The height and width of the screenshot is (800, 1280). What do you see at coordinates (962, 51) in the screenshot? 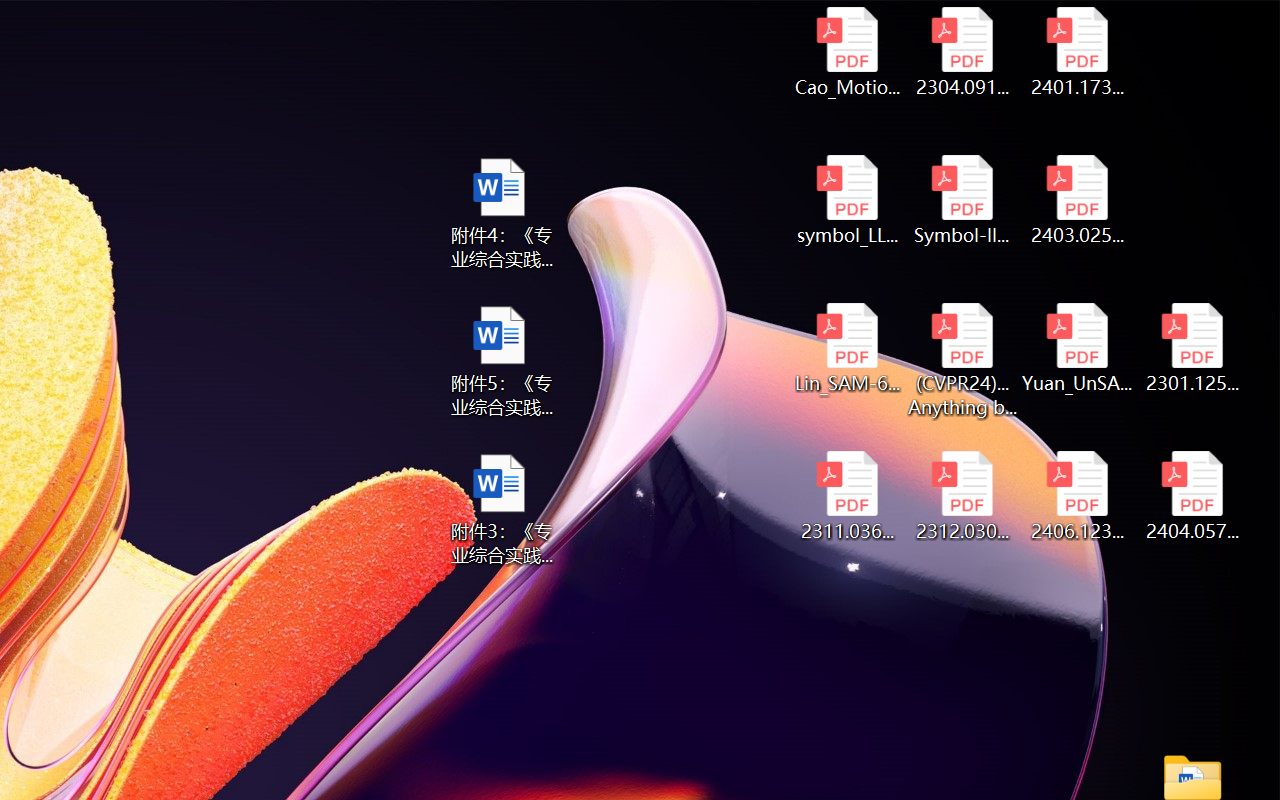
I see `'2304.09121v3.pdf'` at bounding box center [962, 51].